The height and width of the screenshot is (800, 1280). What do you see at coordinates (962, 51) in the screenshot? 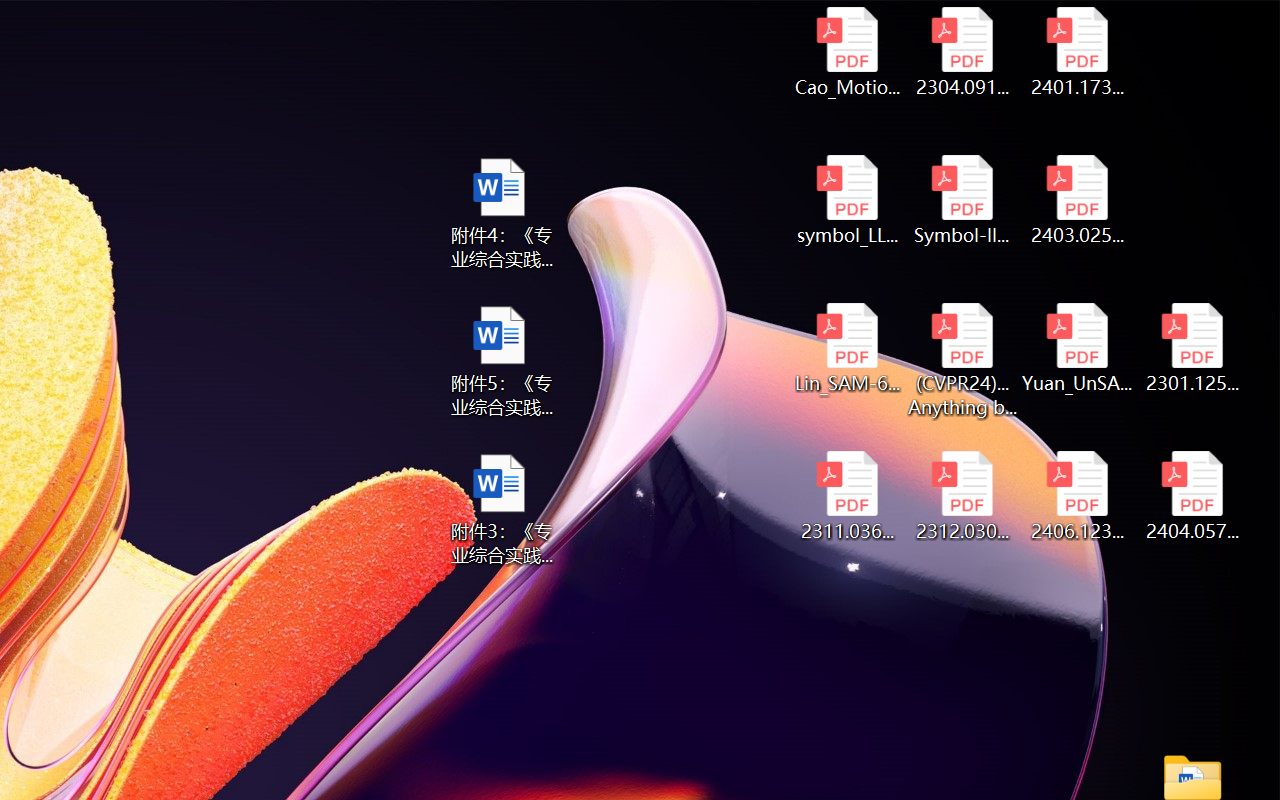
I see `'2304.09121v3.pdf'` at bounding box center [962, 51].